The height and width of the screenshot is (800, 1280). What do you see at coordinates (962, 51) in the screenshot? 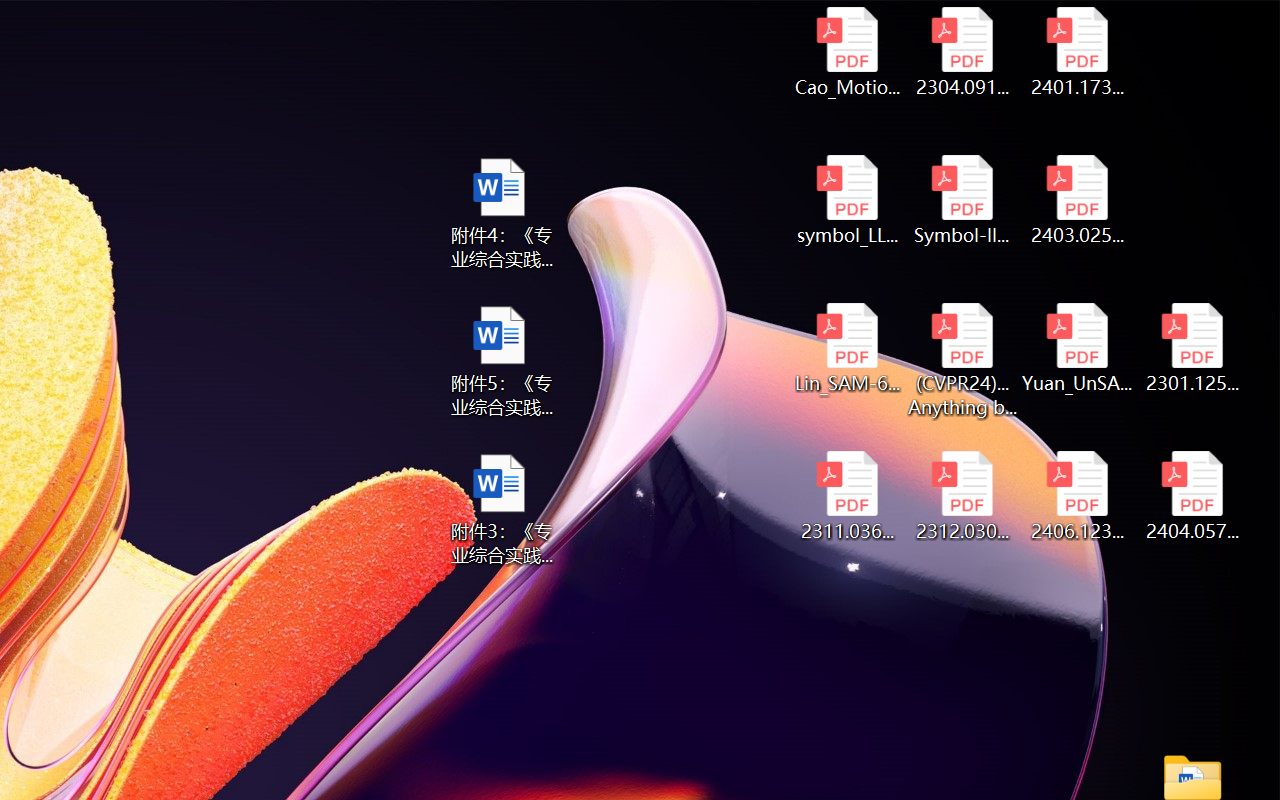
I see `'2304.09121v3.pdf'` at bounding box center [962, 51].